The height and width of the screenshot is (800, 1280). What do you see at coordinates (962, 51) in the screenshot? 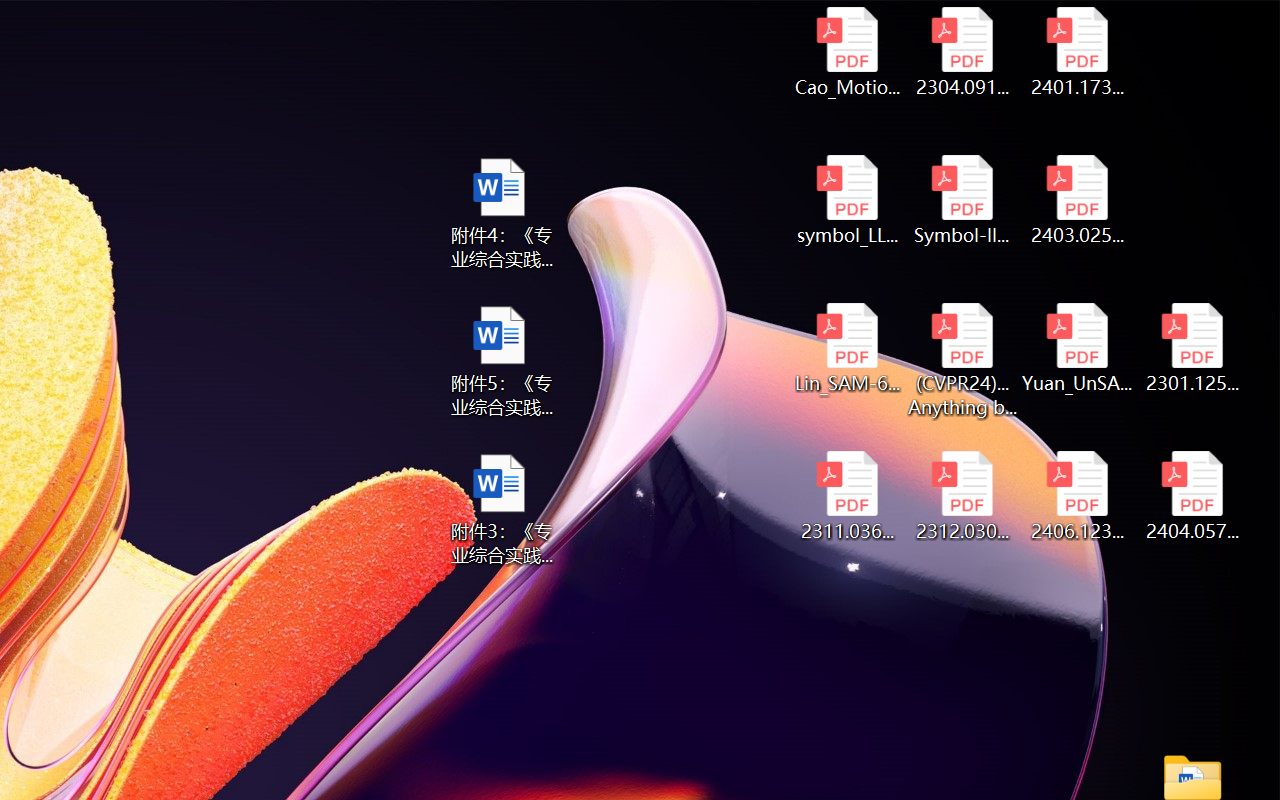
I see `'2304.09121v3.pdf'` at bounding box center [962, 51].